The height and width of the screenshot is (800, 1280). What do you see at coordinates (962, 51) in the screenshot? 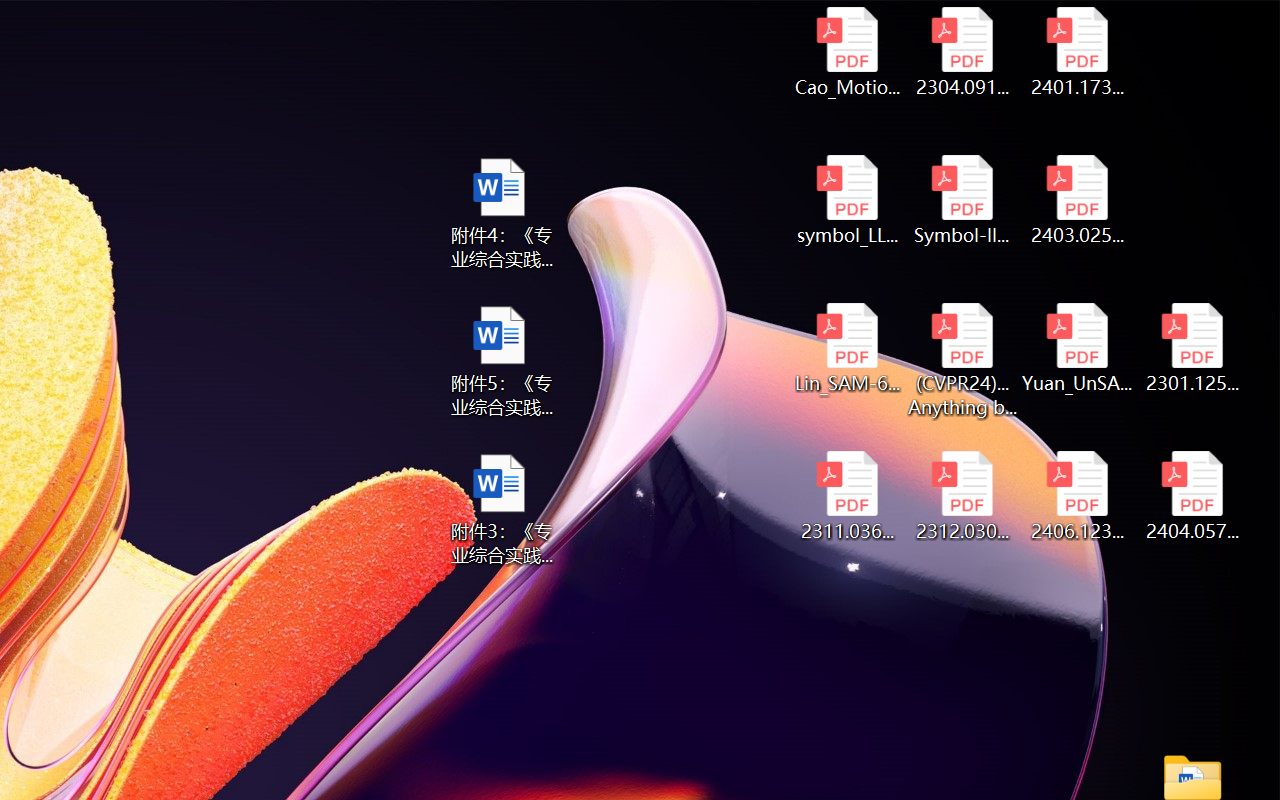
I see `'2304.09121v3.pdf'` at bounding box center [962, 51].